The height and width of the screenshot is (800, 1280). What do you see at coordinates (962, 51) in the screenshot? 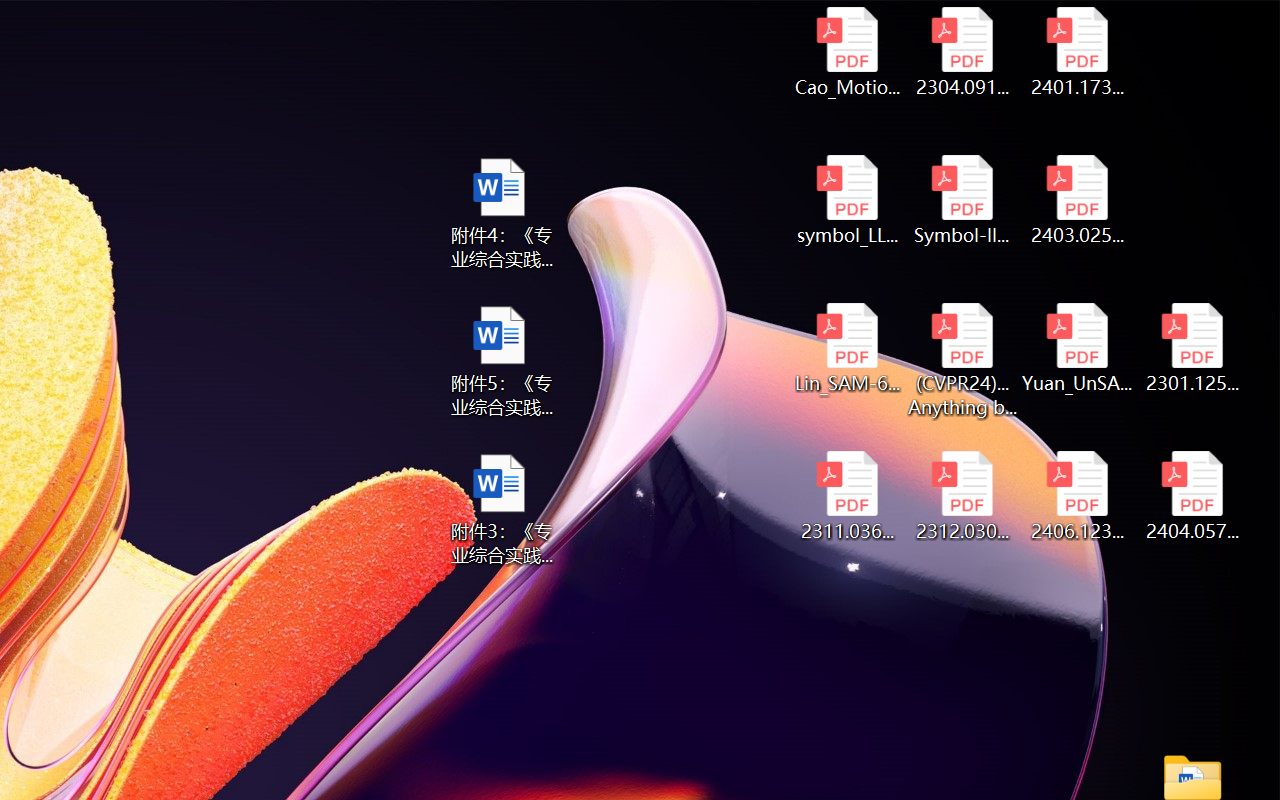
I see `'2304.09121v3.pdf'` at bounding box center [962, 51].